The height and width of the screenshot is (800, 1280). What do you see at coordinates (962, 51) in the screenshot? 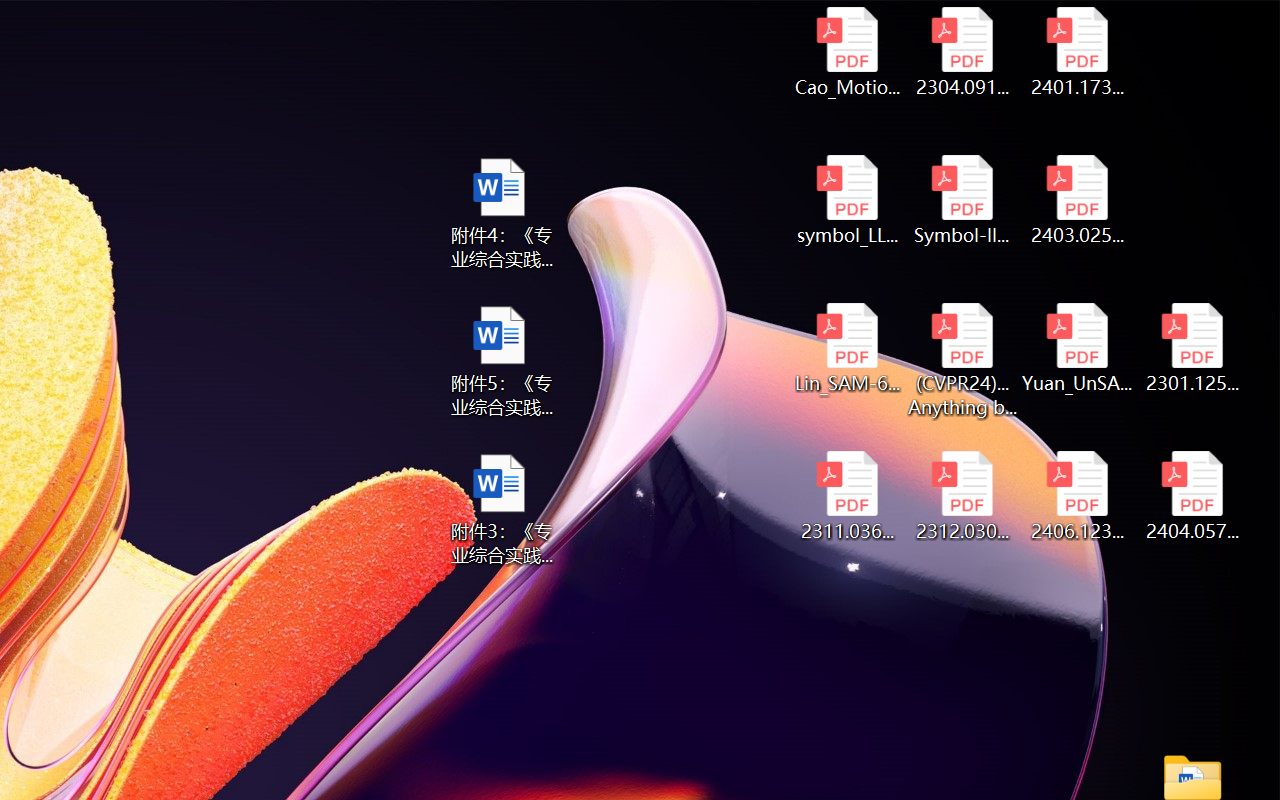
I see `'2304.09121v3.pdf'` at bounding box center [962, 51].